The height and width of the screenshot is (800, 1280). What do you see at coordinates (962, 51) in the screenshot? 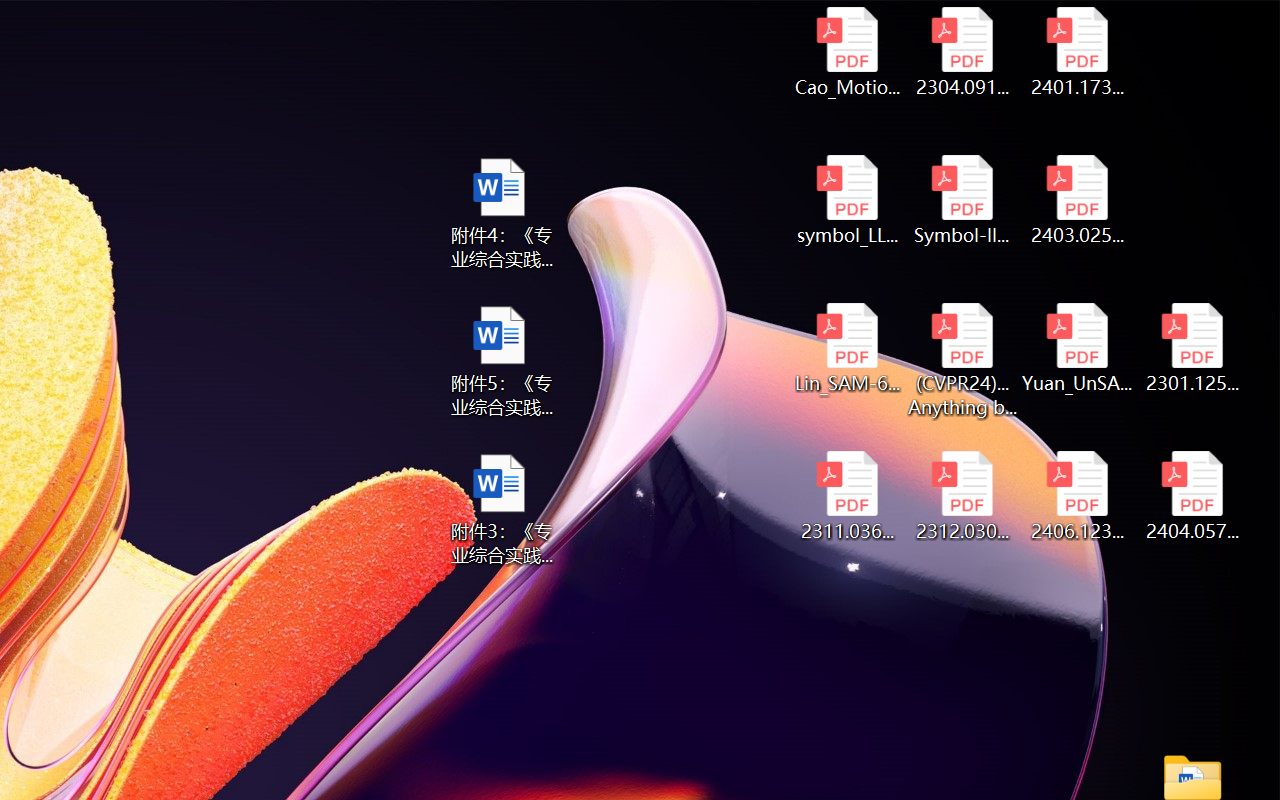
I see `'2304.09121v3.pdf'` at bounding box center [962, 51].